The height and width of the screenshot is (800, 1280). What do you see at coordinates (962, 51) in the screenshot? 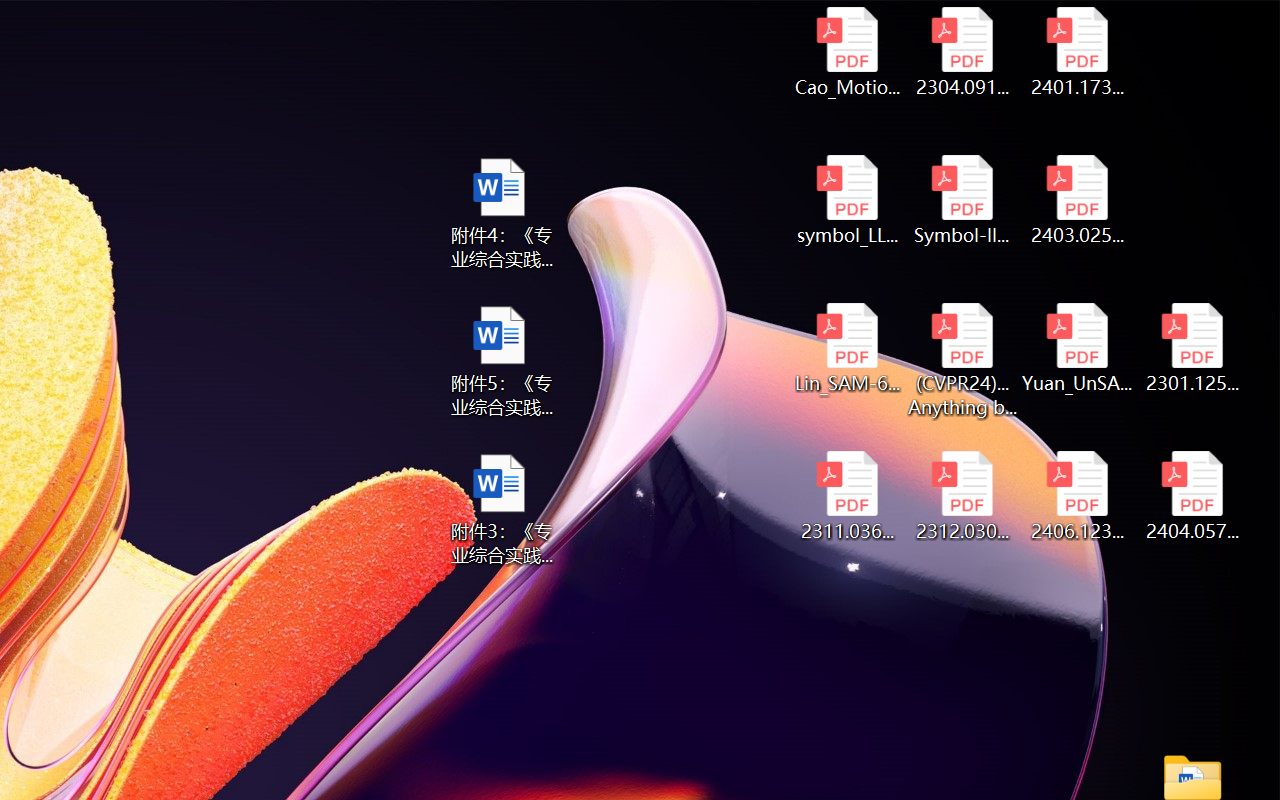
I see `'2304.09121v3.pdf'` at bounding box center [962, 51].